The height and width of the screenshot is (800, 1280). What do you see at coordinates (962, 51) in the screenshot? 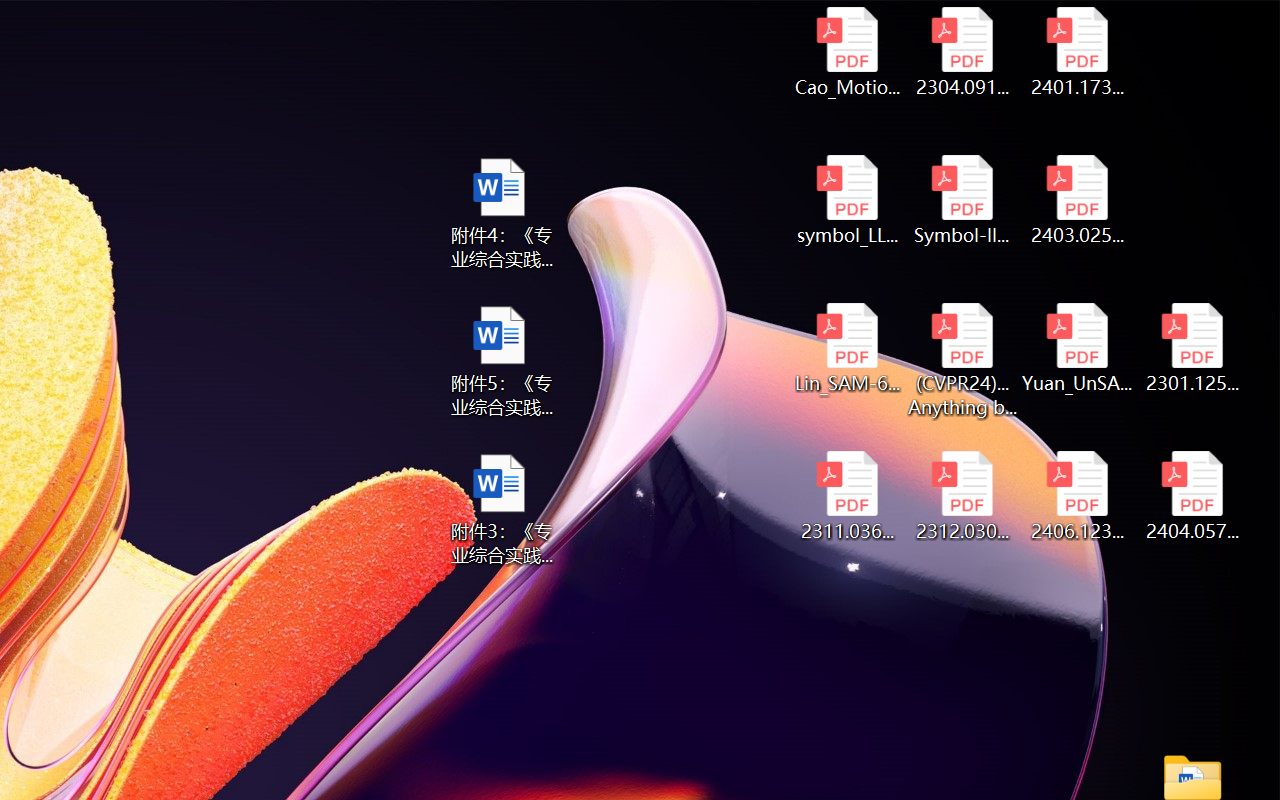
I see `'2304.09121v3.pdf'` at bounding box center [962, 51].